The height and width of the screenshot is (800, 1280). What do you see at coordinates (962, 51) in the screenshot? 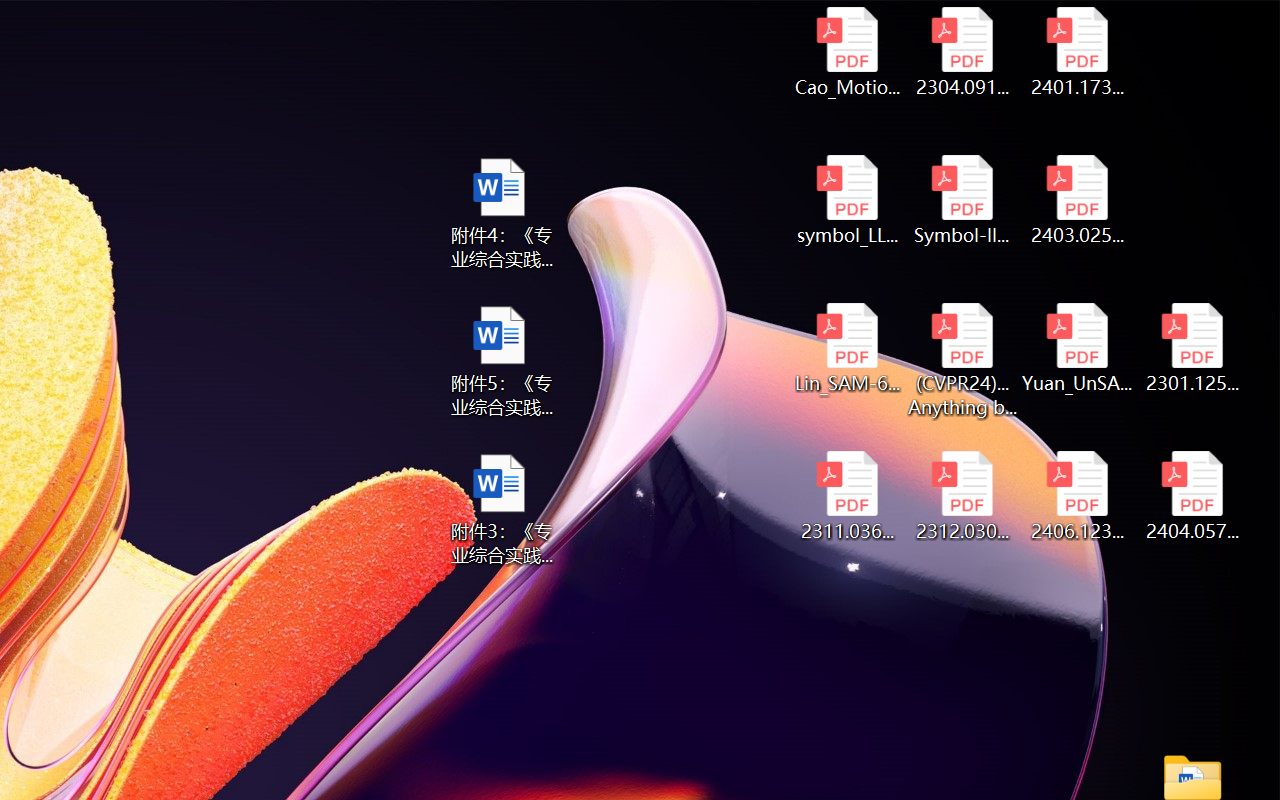
I see `'2304.09121v3.pdf'` at bounding box center [962, 51].